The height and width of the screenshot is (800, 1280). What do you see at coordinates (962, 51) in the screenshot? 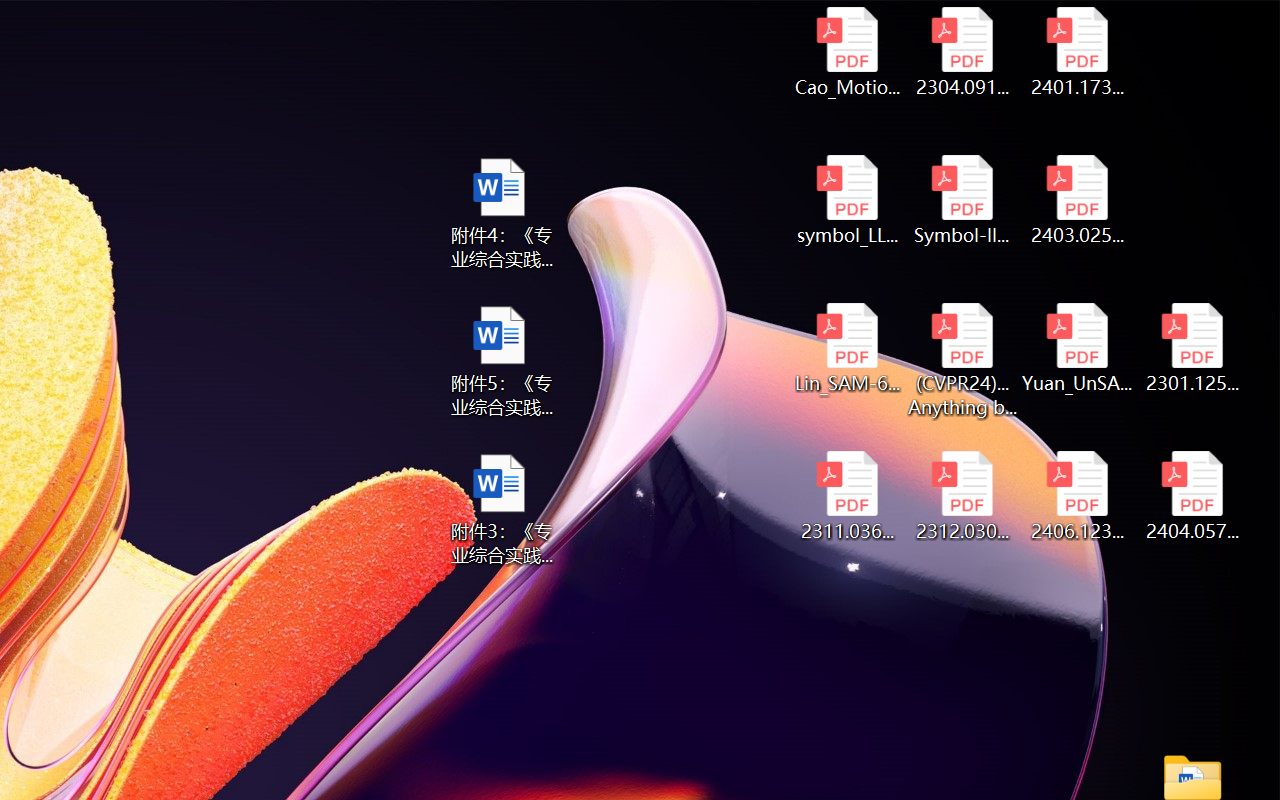
I see `'2304.09121v3.pdf'` at bounding box center [962, 51].